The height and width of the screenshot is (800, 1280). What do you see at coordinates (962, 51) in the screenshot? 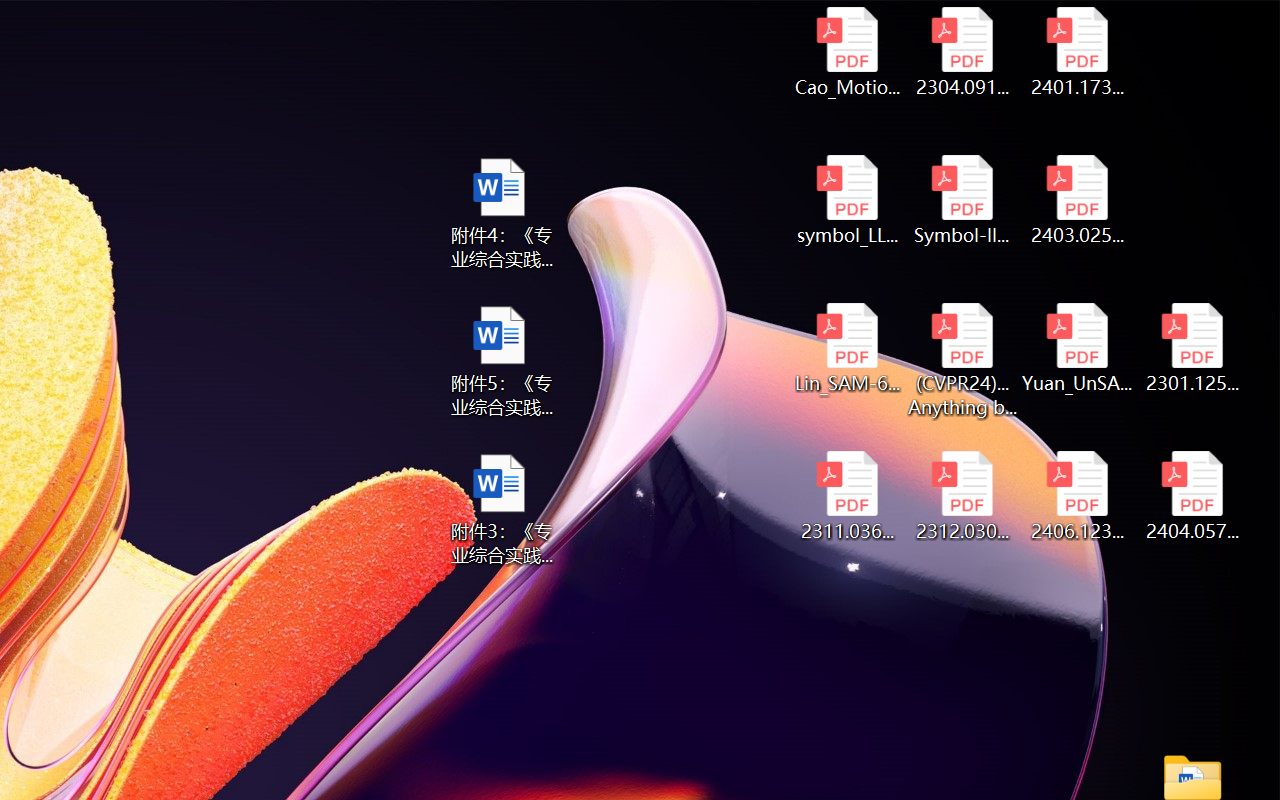
I see `'2304.09121v3.pdf'` at bounding box center [962, 51].